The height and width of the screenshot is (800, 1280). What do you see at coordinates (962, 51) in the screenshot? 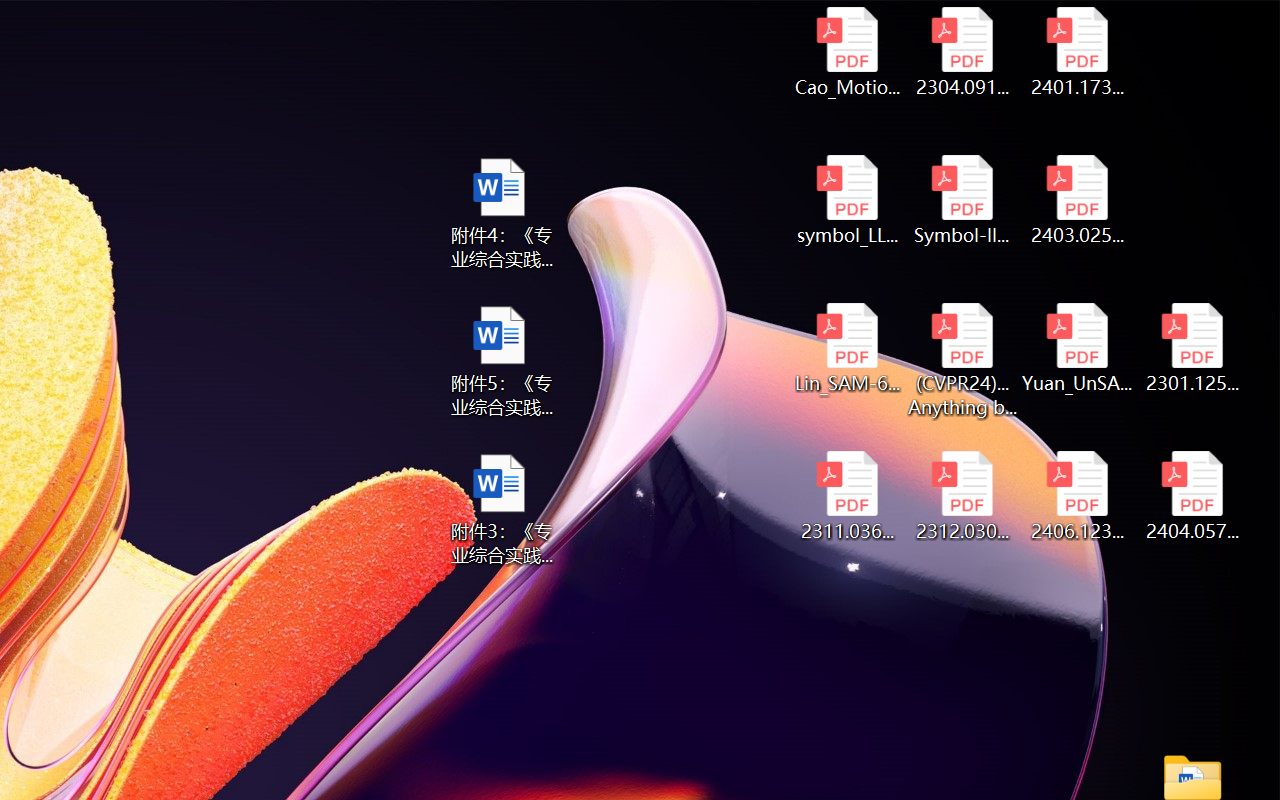
I see `'2304.09121v3.pdf'` at bounding box center [962, 51].